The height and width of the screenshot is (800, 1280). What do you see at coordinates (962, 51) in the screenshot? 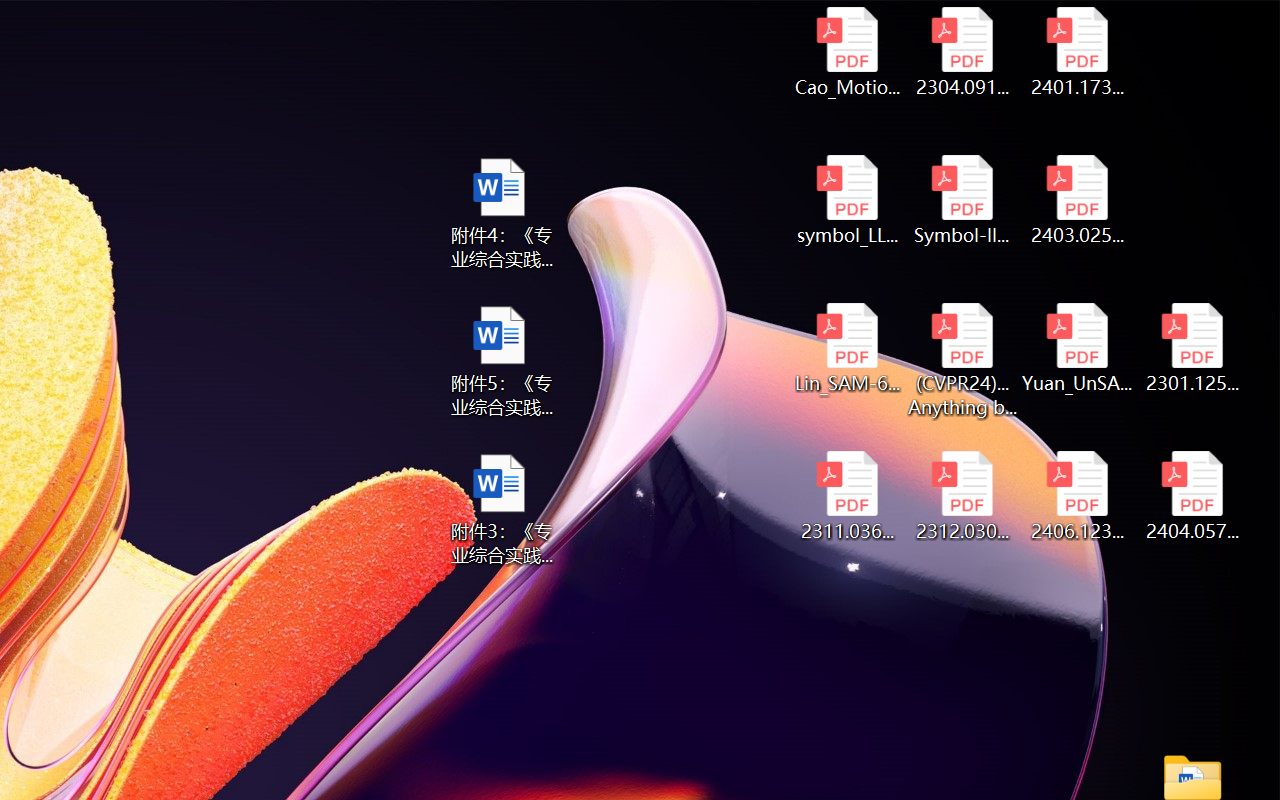
I see `'2304.09121v3.pdf'` at bounding box center [962, 51].